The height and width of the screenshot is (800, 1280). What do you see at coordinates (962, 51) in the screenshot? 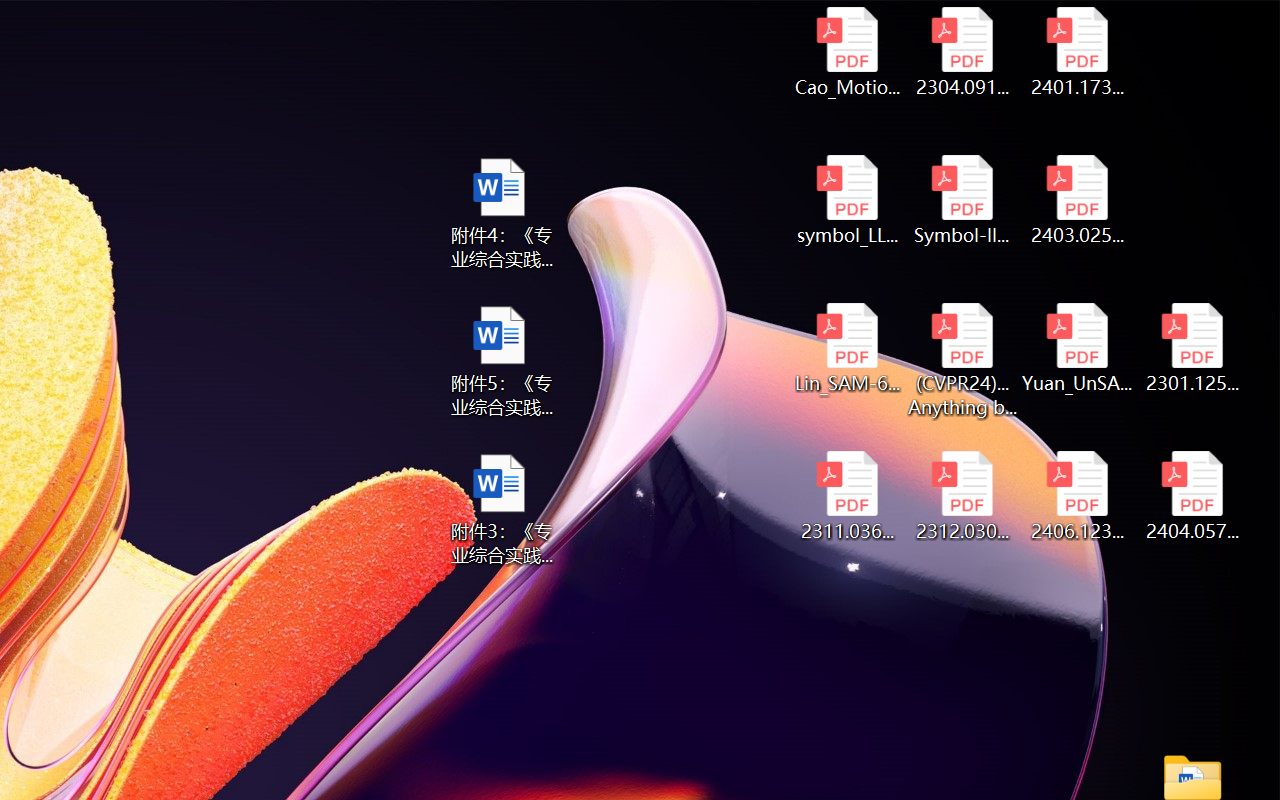
I see `'2304.09121v3.pdf'` at bounding box center [962, 51].